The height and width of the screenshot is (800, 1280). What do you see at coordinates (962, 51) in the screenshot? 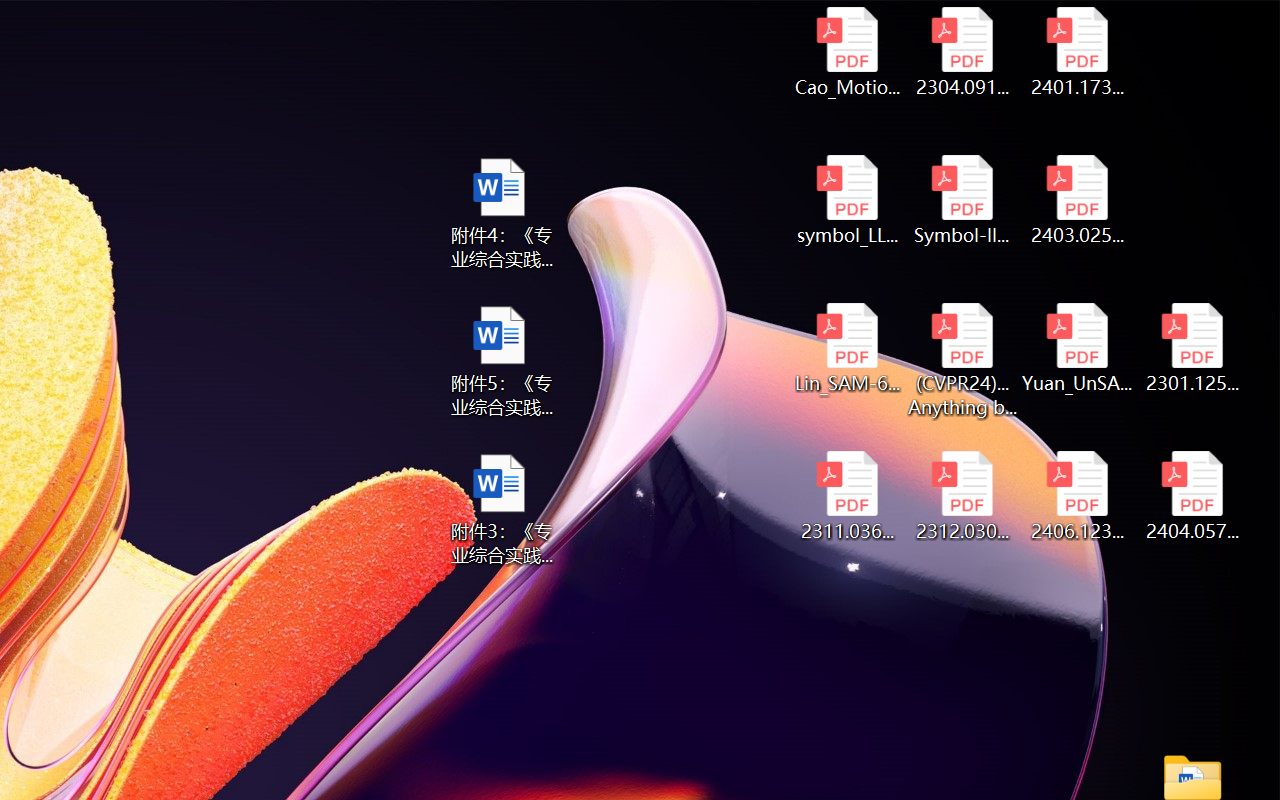
I see `'2304.09121v3.pdf'` at bounding box center [962, 51].